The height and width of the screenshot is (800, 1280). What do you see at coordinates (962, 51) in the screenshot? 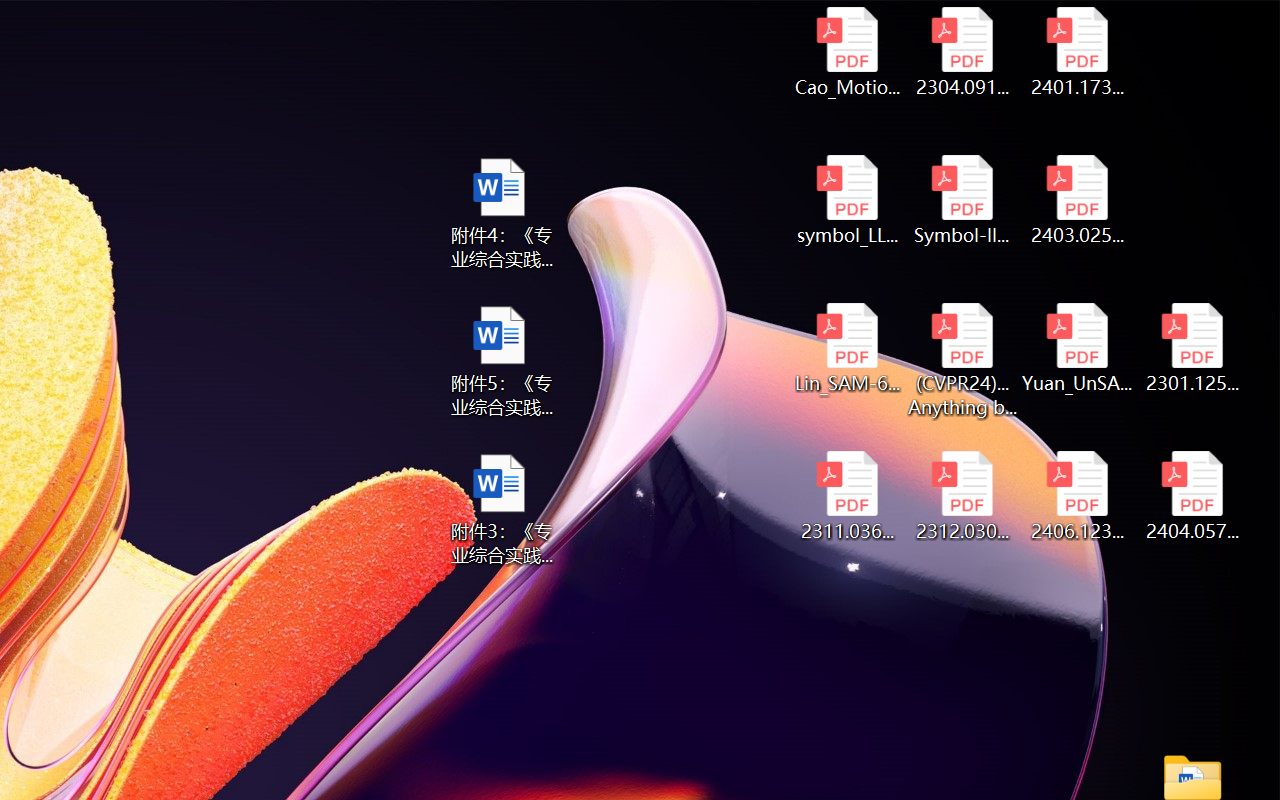
I see `'2304.09121v3.pdf'` at bounding box center [962, 51].